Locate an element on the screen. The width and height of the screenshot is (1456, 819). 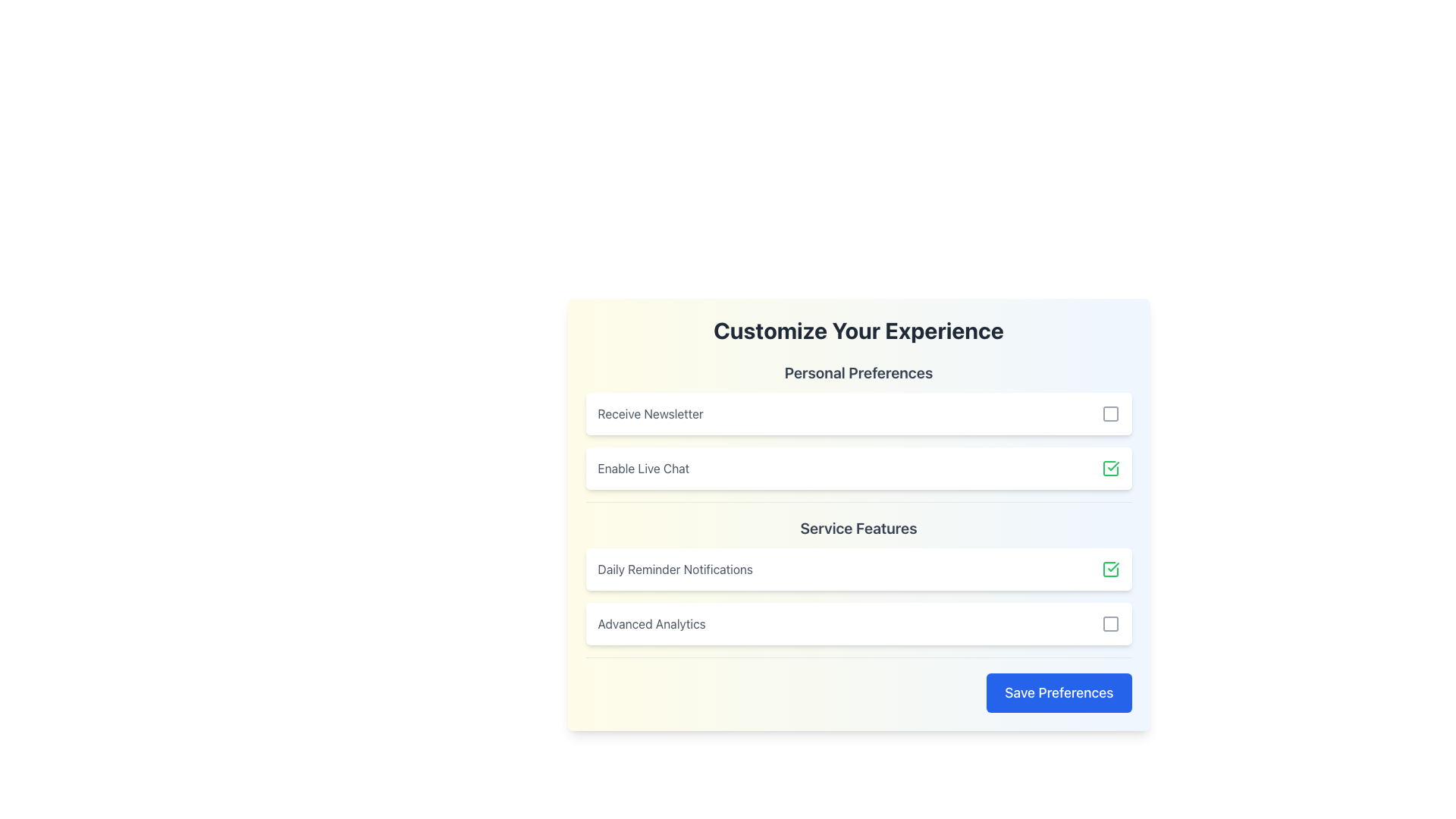
the 'Personal Preferences' text header, which is a bold, larger gray heading located above the options for adjusting personal preferences is located at coordinates (858, 373).